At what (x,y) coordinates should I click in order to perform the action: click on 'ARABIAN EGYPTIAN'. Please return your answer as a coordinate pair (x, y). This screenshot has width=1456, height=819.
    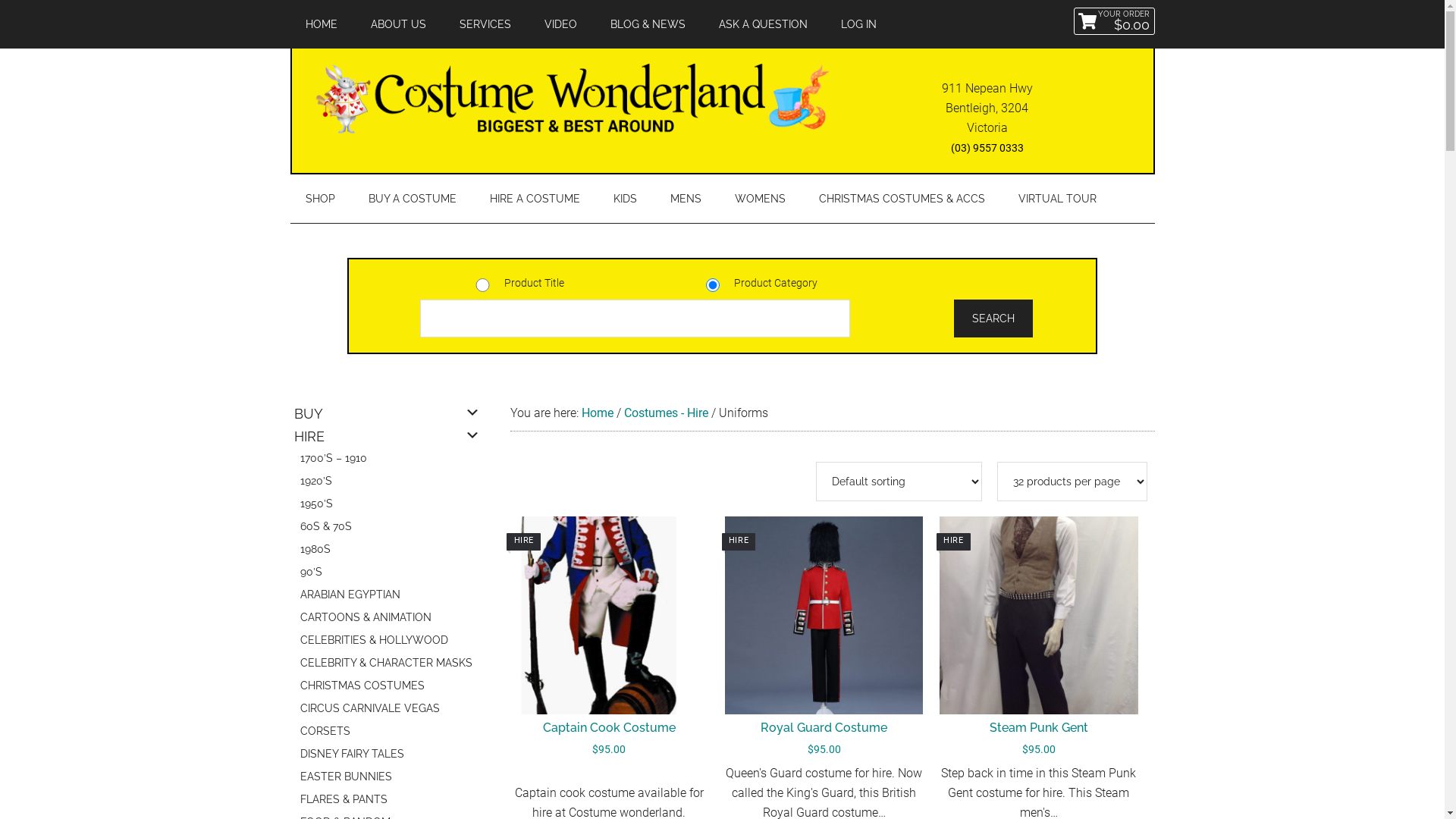
    Looking at the image, I should click on (386, 595).